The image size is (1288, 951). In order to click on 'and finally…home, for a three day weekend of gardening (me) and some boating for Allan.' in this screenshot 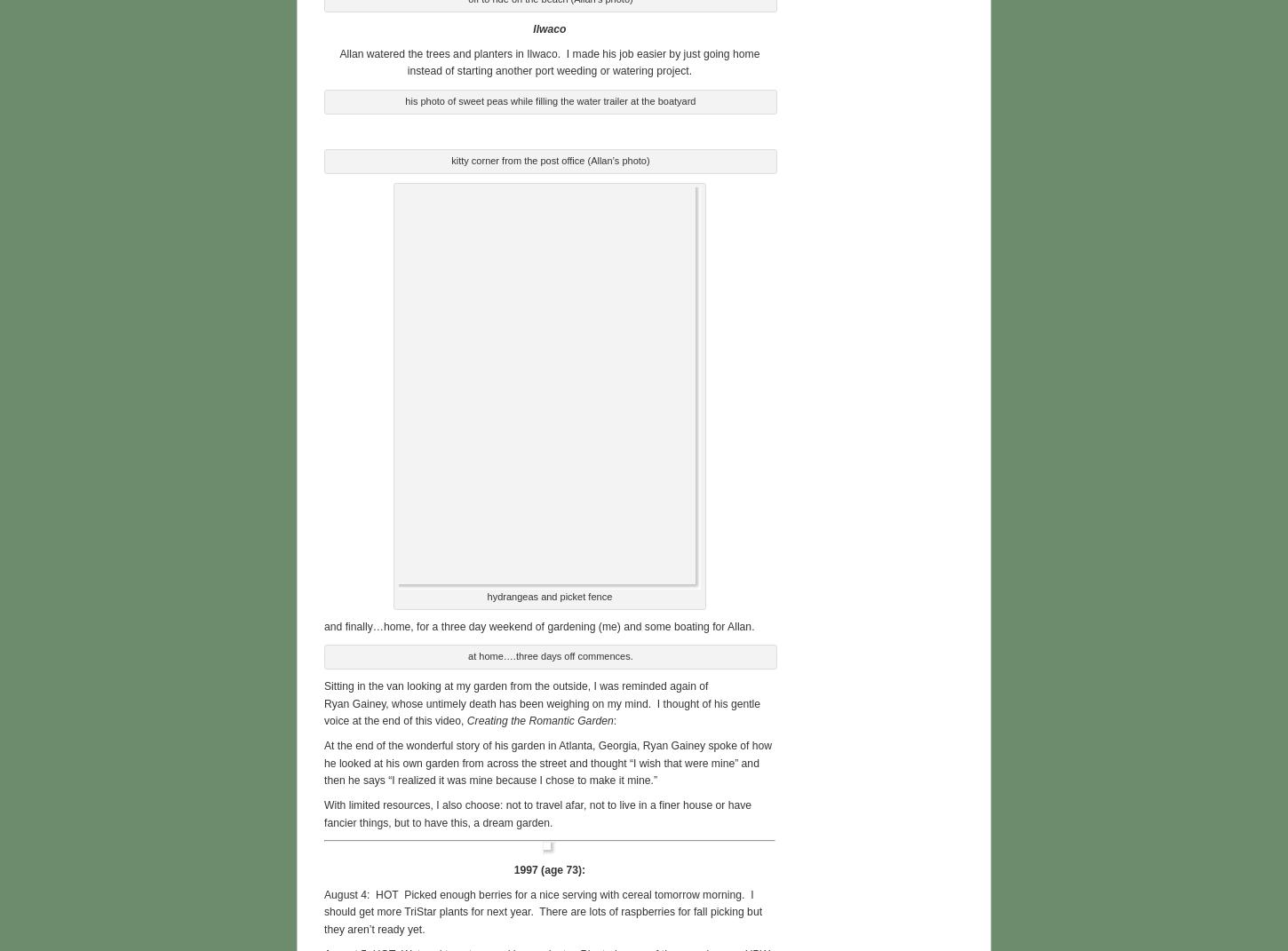, I will do `click(537, 624)`.